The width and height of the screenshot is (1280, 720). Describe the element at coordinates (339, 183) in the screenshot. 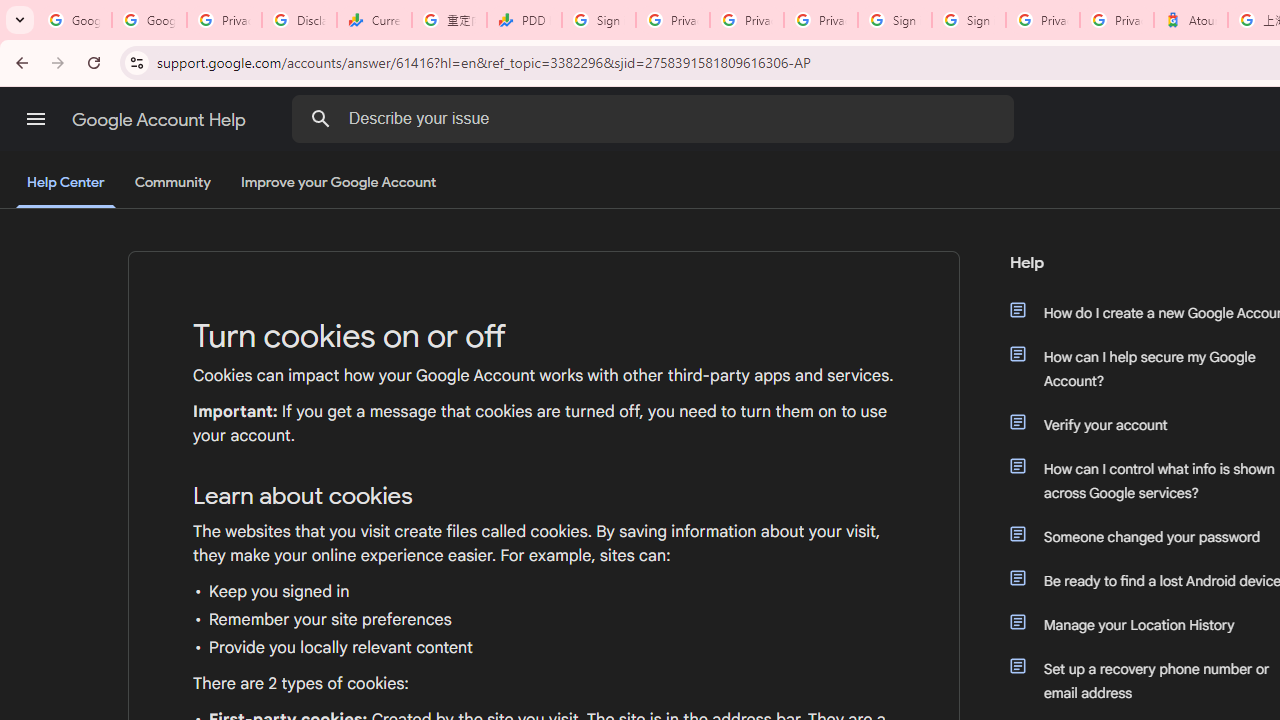

I see `'Improve your Google Account'` at that location.